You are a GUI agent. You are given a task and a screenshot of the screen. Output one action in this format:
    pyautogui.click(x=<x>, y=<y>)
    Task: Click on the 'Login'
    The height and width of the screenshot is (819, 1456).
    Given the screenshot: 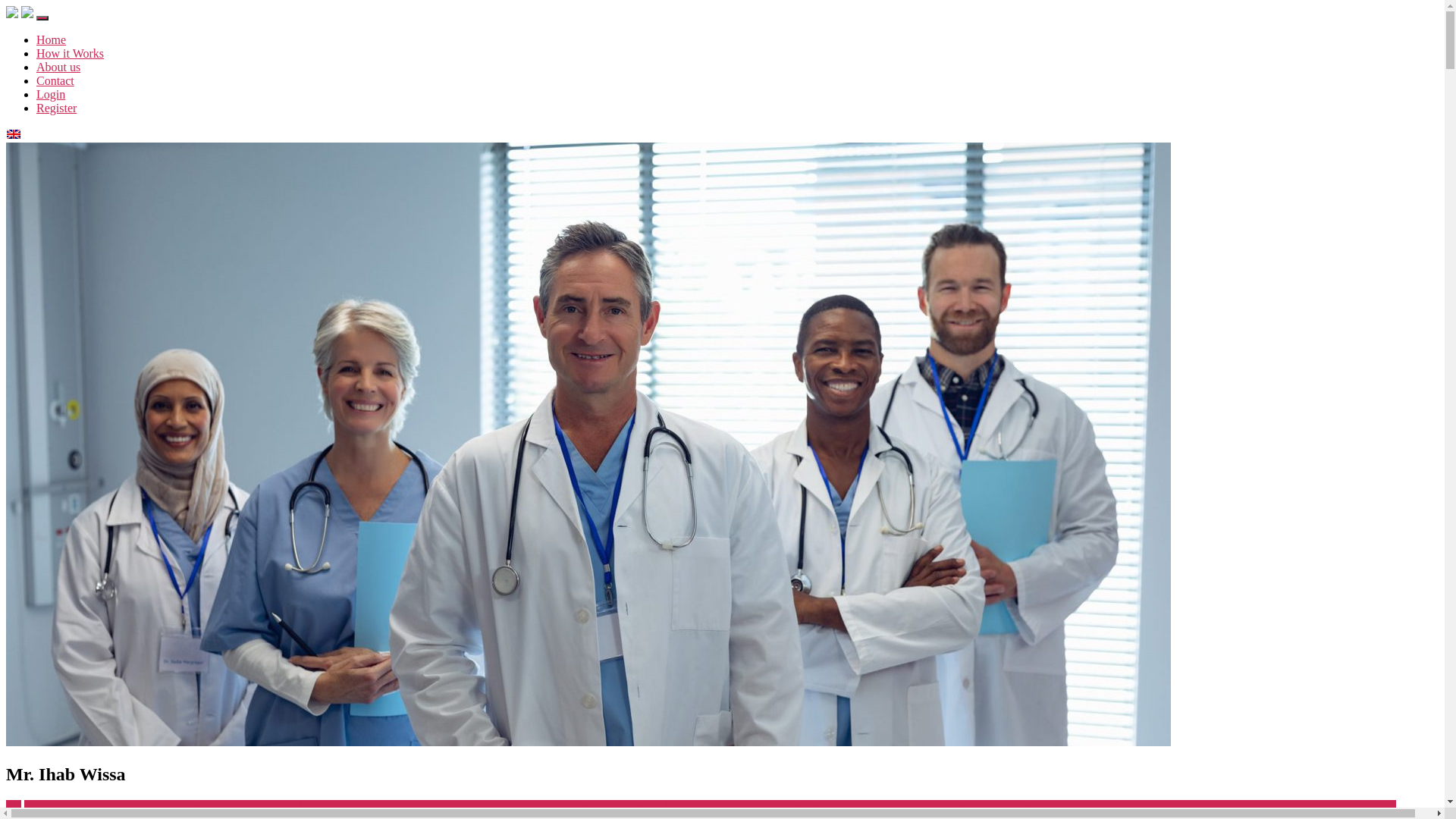 What is the action you would take?
    pyautogui.click(x=51, y=94)
    